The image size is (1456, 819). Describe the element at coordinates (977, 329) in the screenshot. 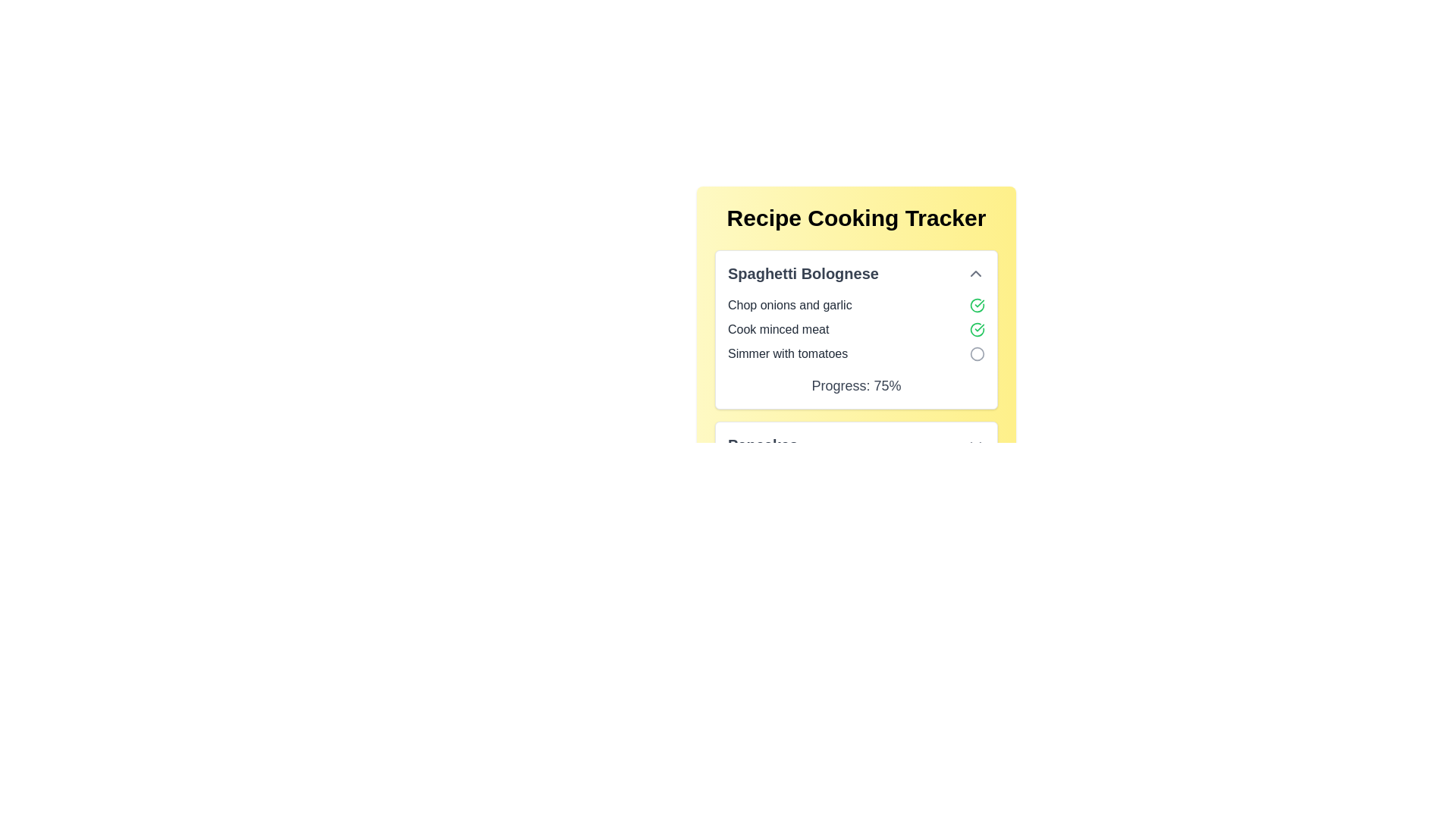

I see `the green circular outline SVG icon with a checkmark that indicates confirmation for the second item in the list next to 'Cook minced meat'` at that location.